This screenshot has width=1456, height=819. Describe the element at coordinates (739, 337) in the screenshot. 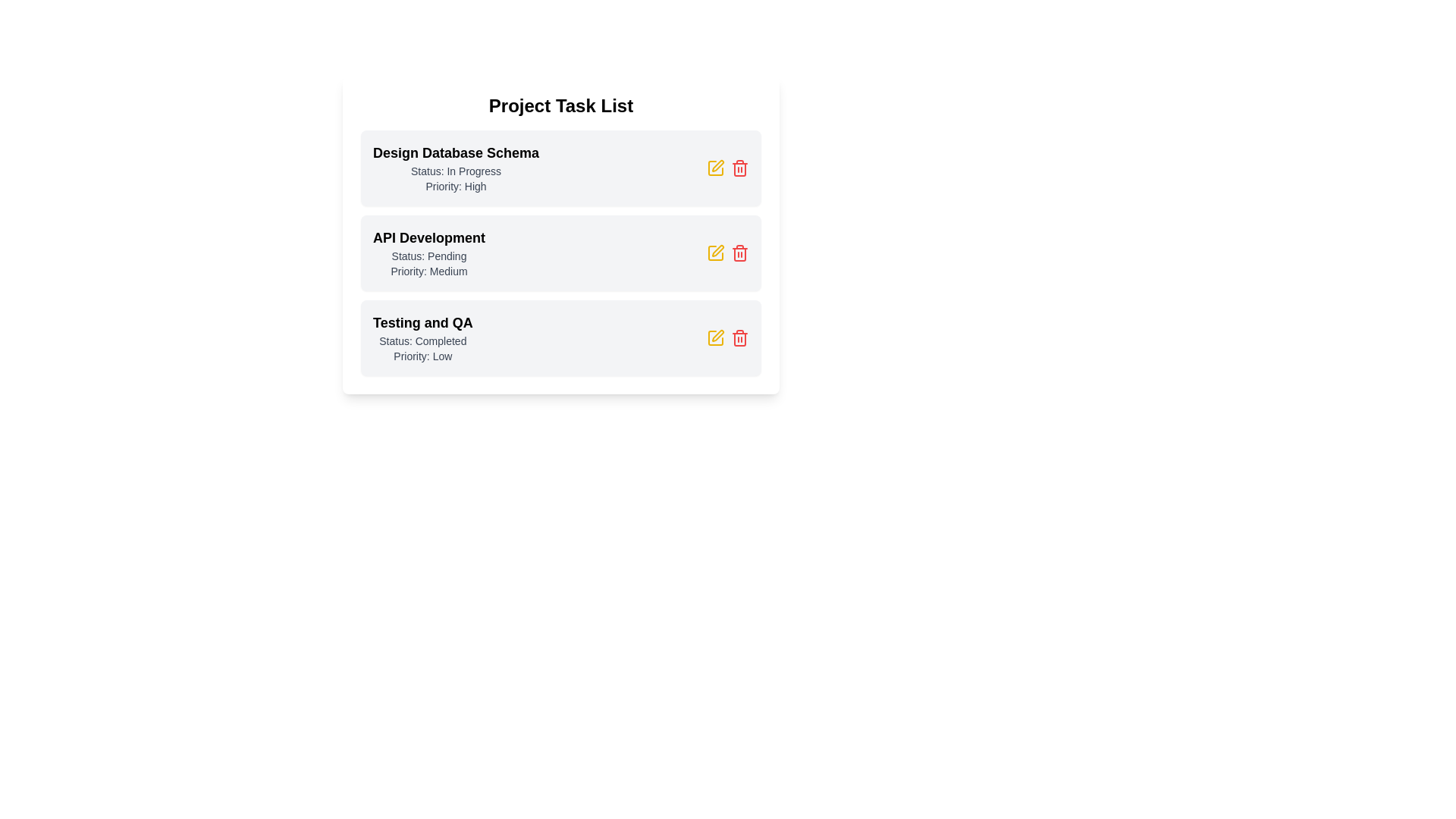

I see `trash icon next to the task with the name Testing and QA to delete it` at that location.